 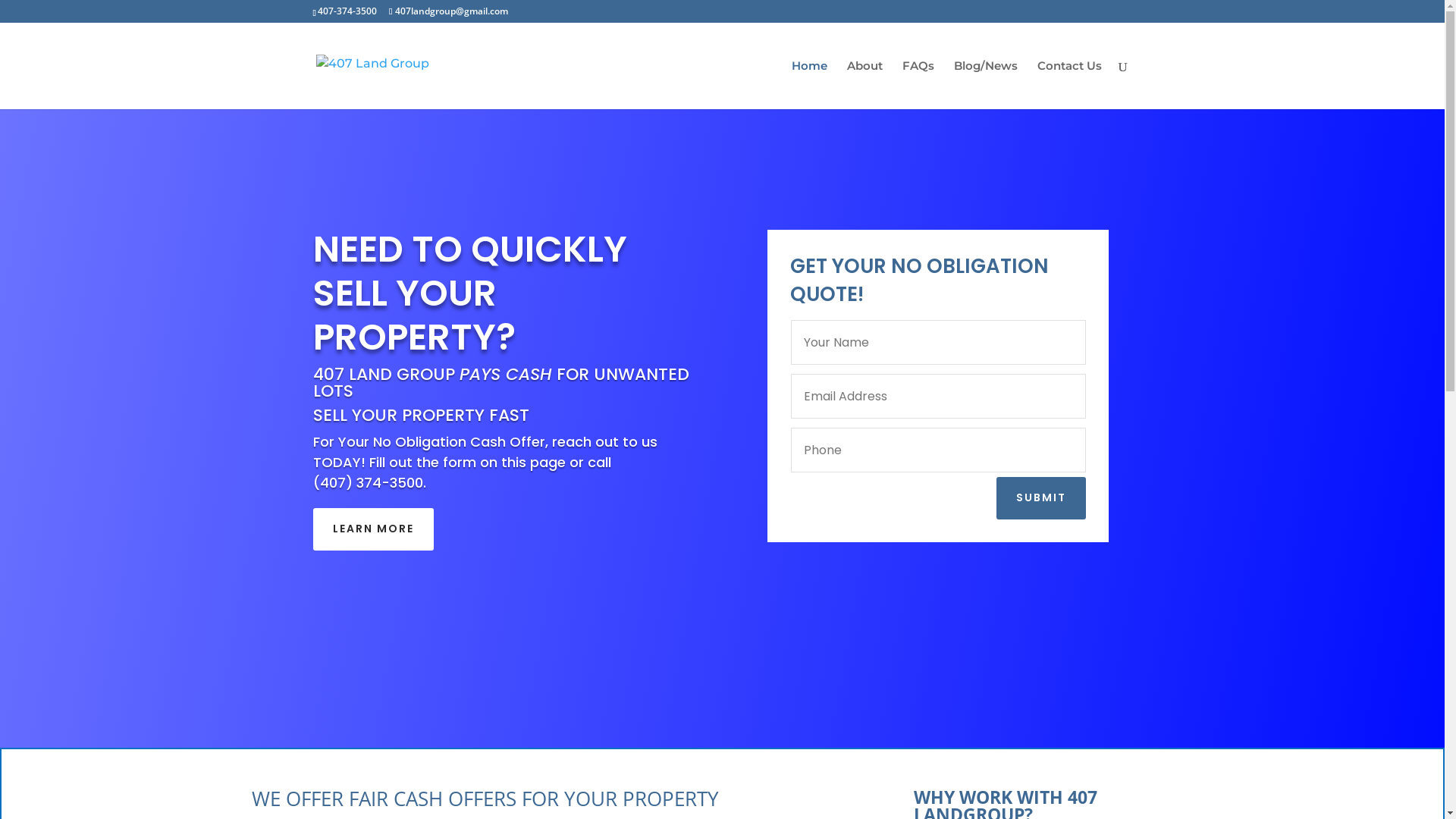 What do you see at coordinates (864, 84) in the screenshot?
I see `'About'` at bounding box center [864, 84].